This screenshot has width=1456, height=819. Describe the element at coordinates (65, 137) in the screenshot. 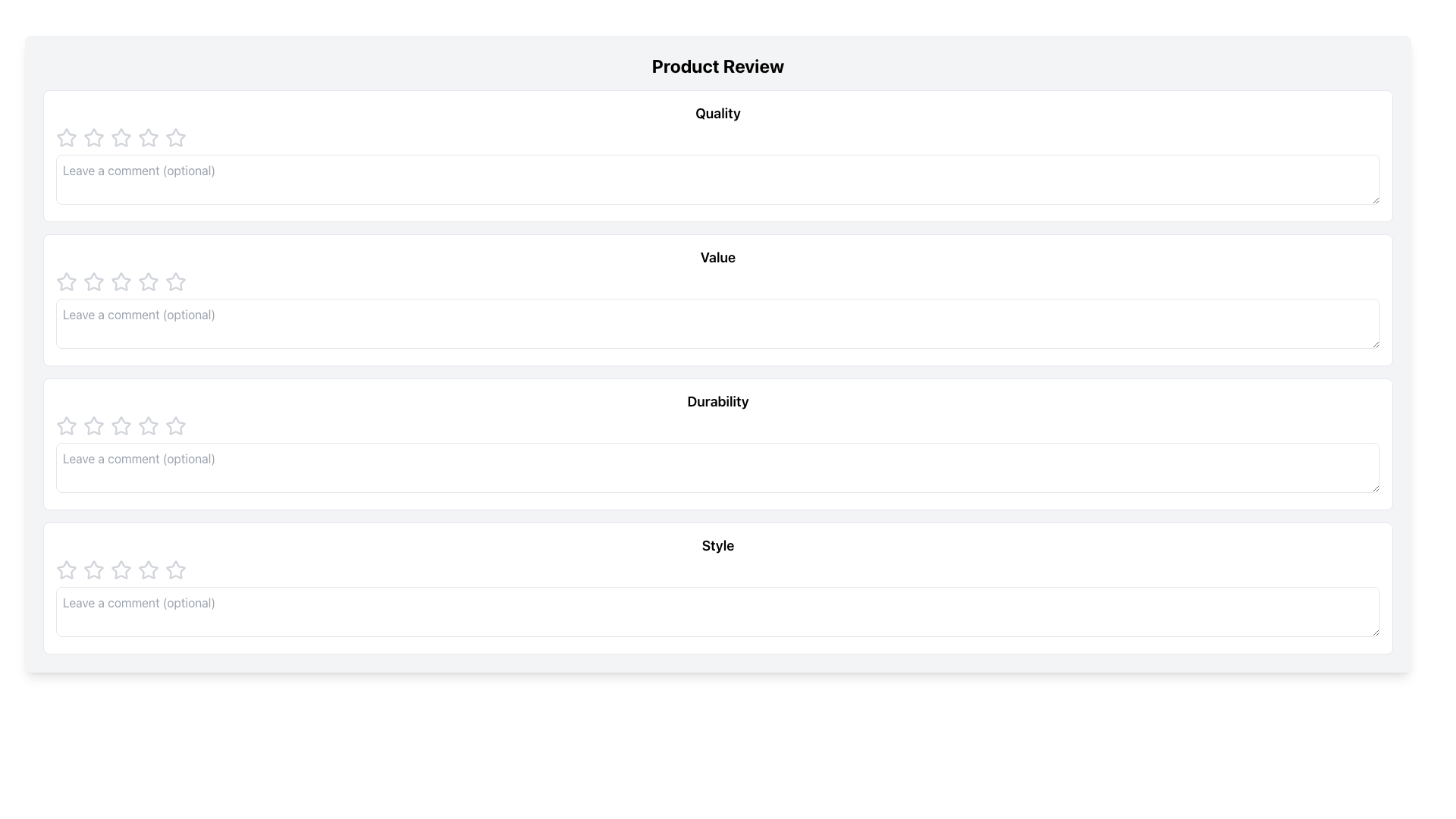

I see `the first star icon in the rating sequence below the 'Quality' heading` at that location.